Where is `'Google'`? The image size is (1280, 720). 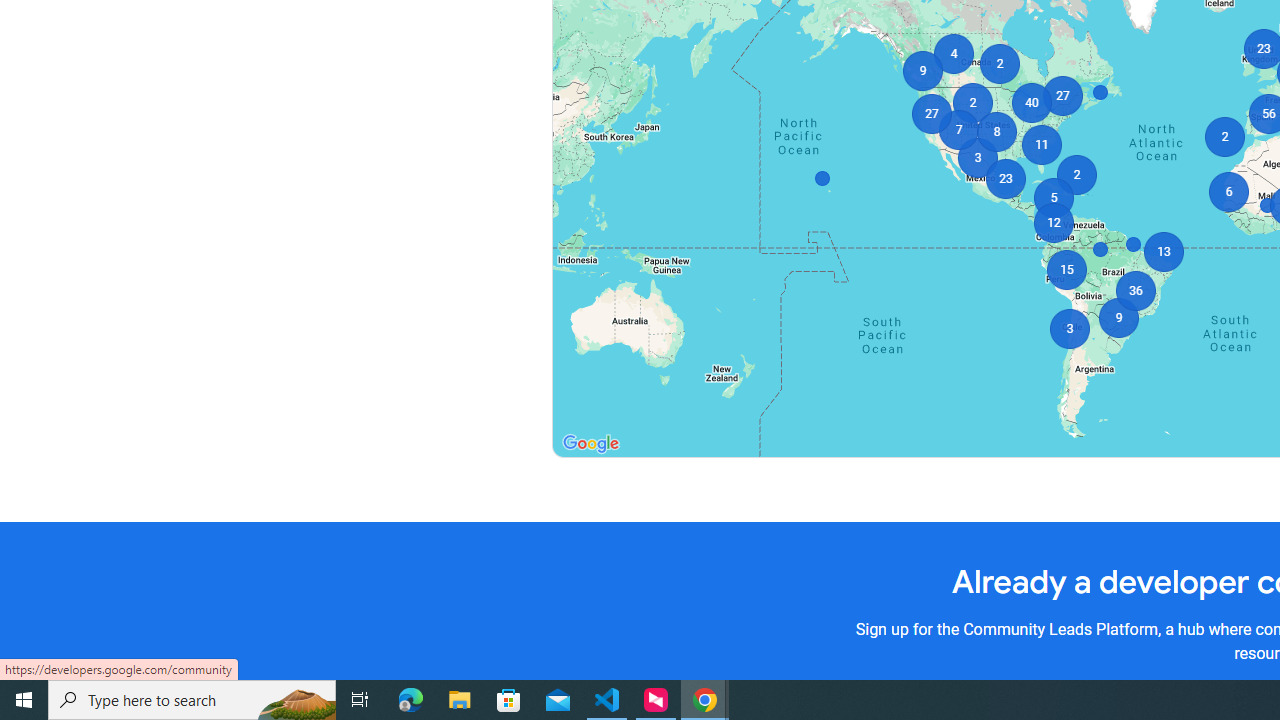
'Google' is located at coordinates (589, 443).